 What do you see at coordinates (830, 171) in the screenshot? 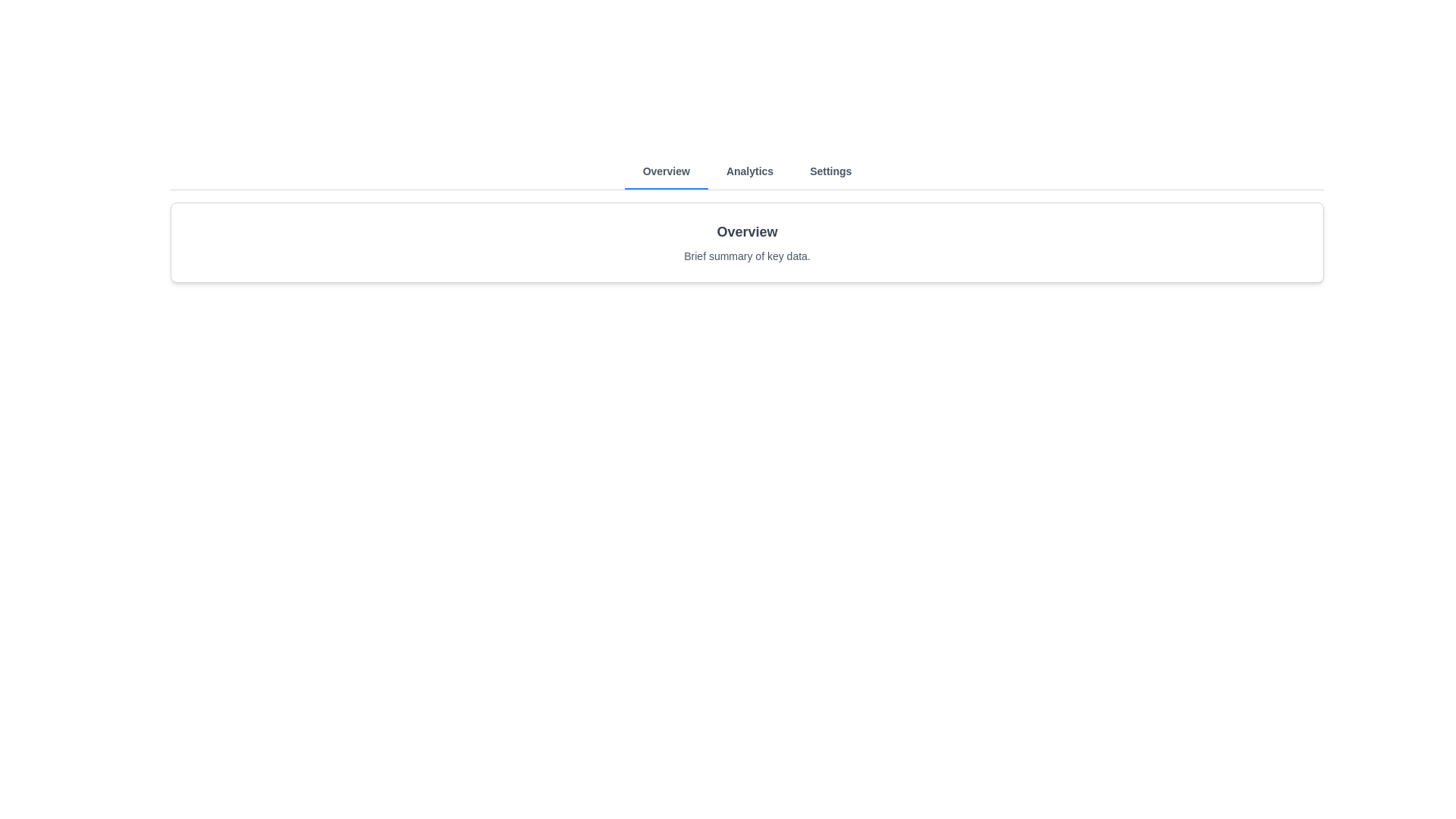
I see `the Settings tab` at bounding box center [830, 171].